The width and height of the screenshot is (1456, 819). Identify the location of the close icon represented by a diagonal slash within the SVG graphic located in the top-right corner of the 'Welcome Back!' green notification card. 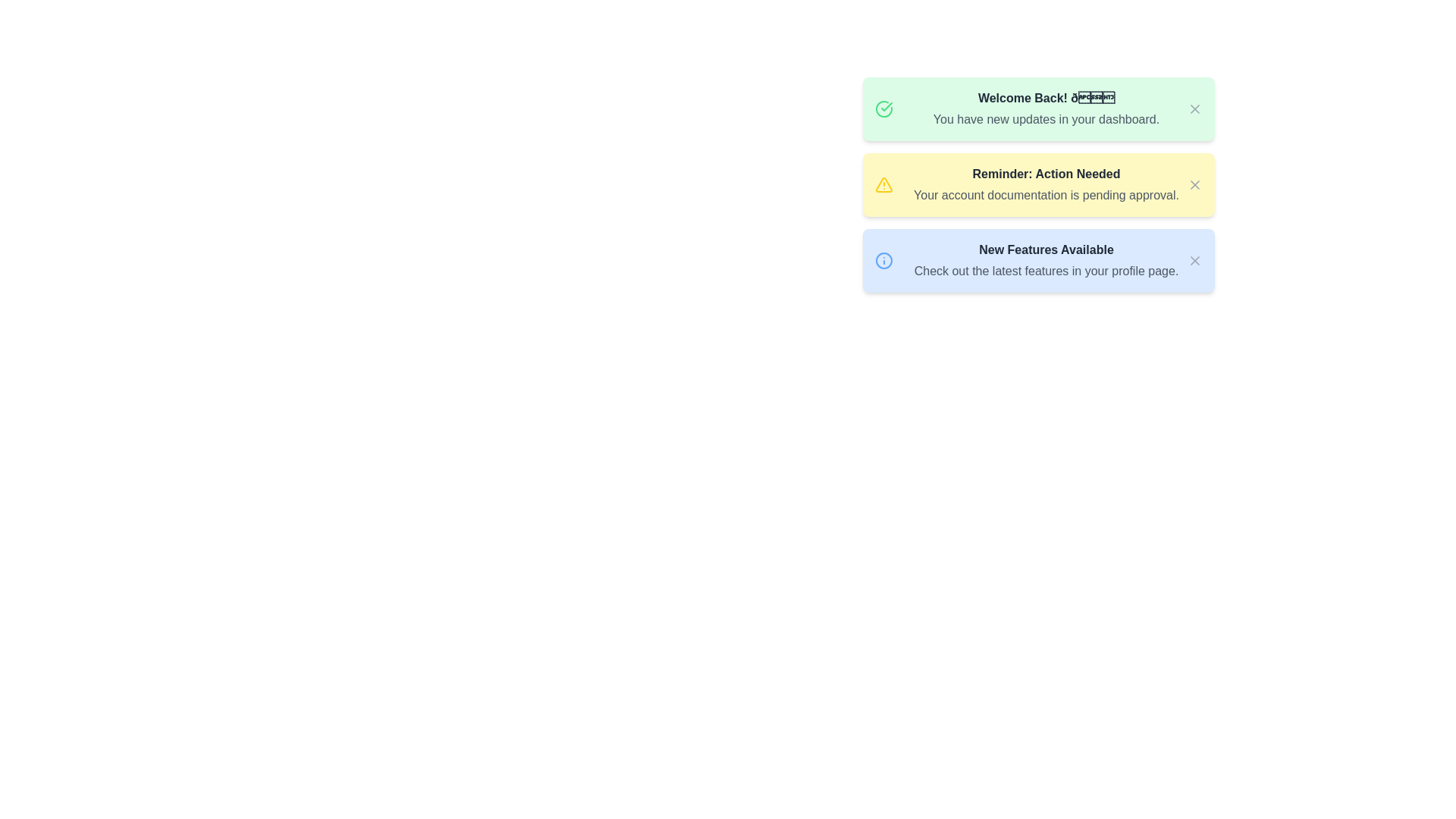
(1194, 108).